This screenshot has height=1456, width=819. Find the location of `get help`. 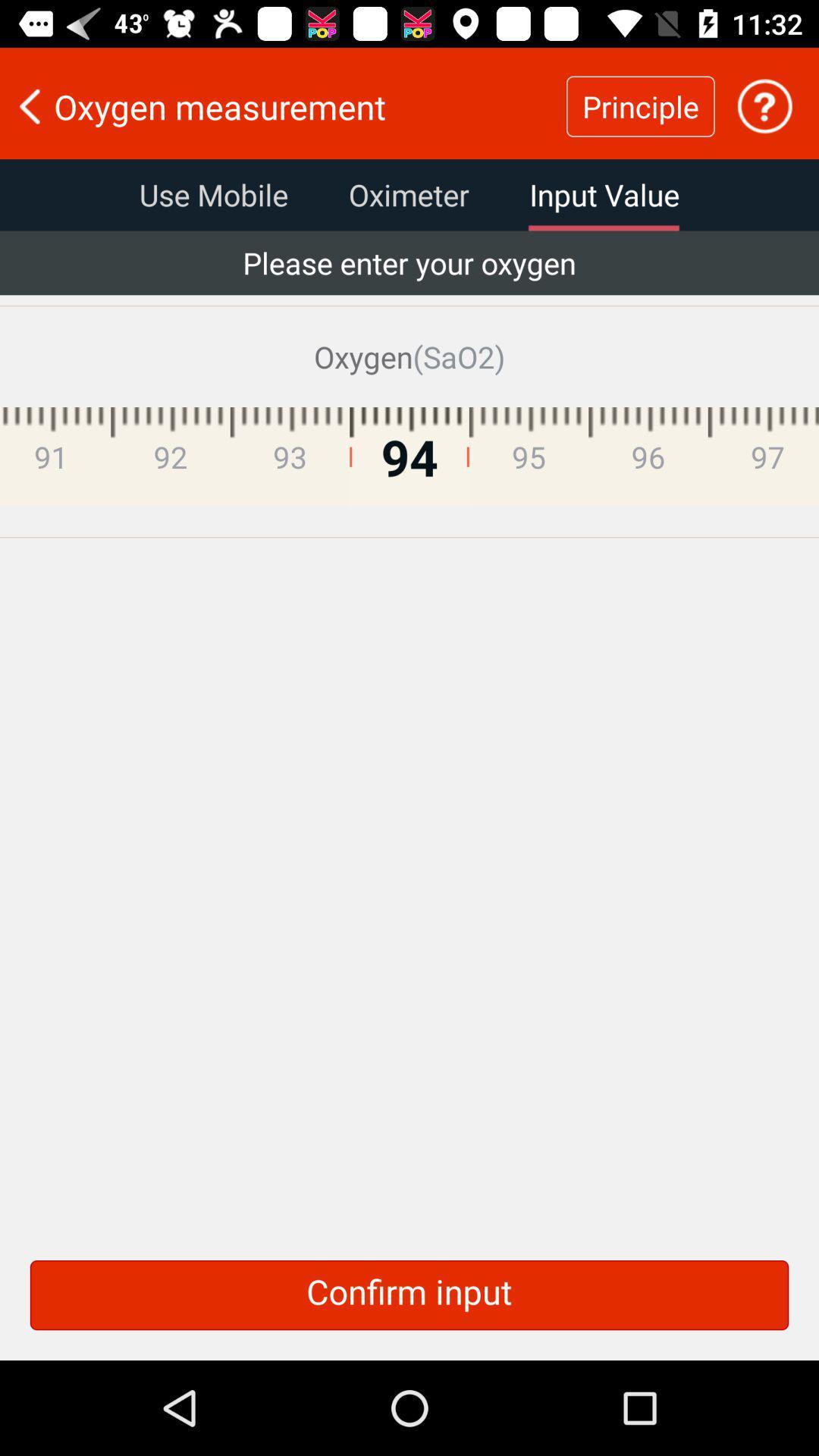

get help is located at coordinates (764, 105).